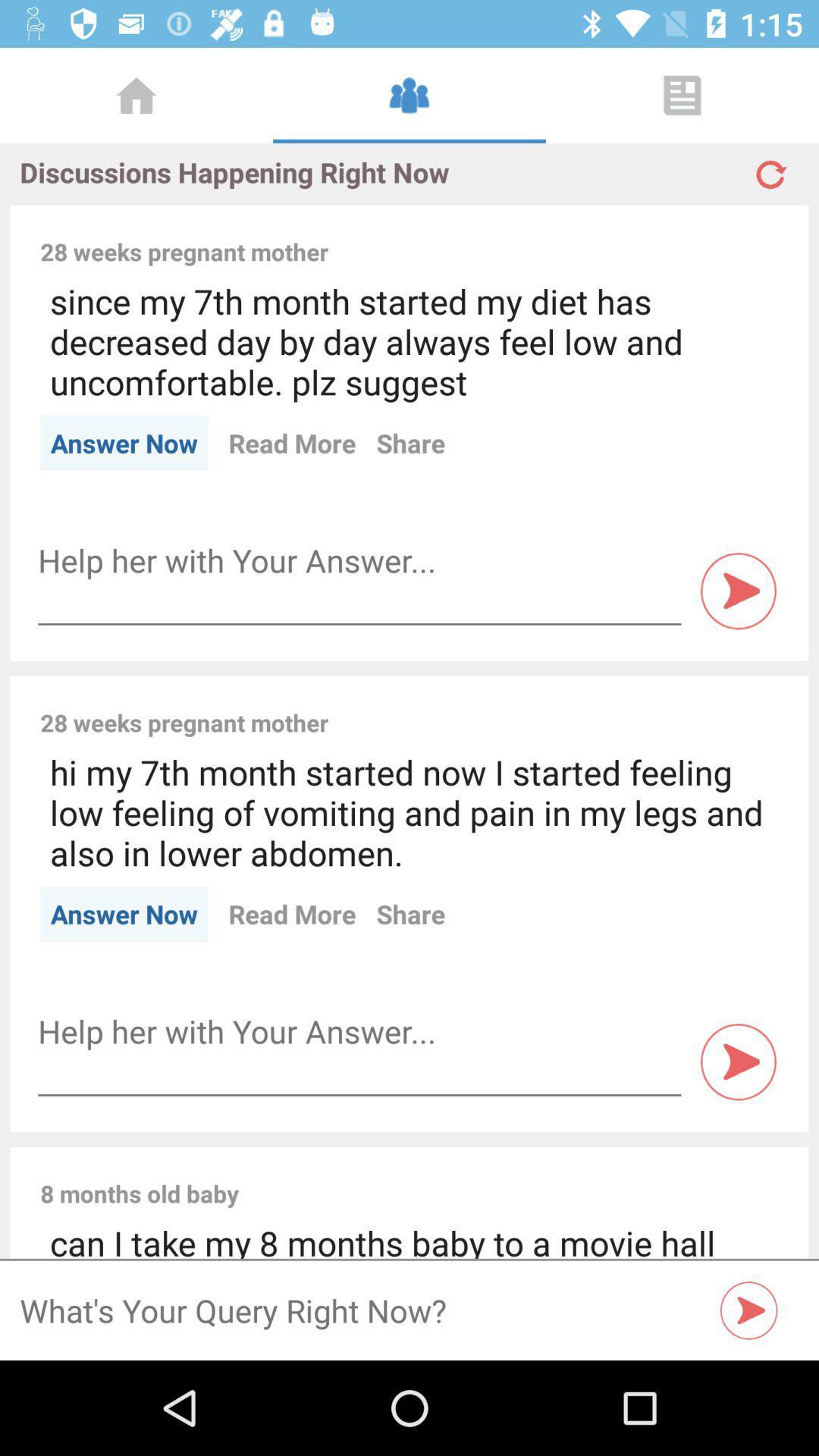 The image size is (819, 1456). Describe the element at coordinates (359, 1031) in the screenshot. I see `answer` at that location.